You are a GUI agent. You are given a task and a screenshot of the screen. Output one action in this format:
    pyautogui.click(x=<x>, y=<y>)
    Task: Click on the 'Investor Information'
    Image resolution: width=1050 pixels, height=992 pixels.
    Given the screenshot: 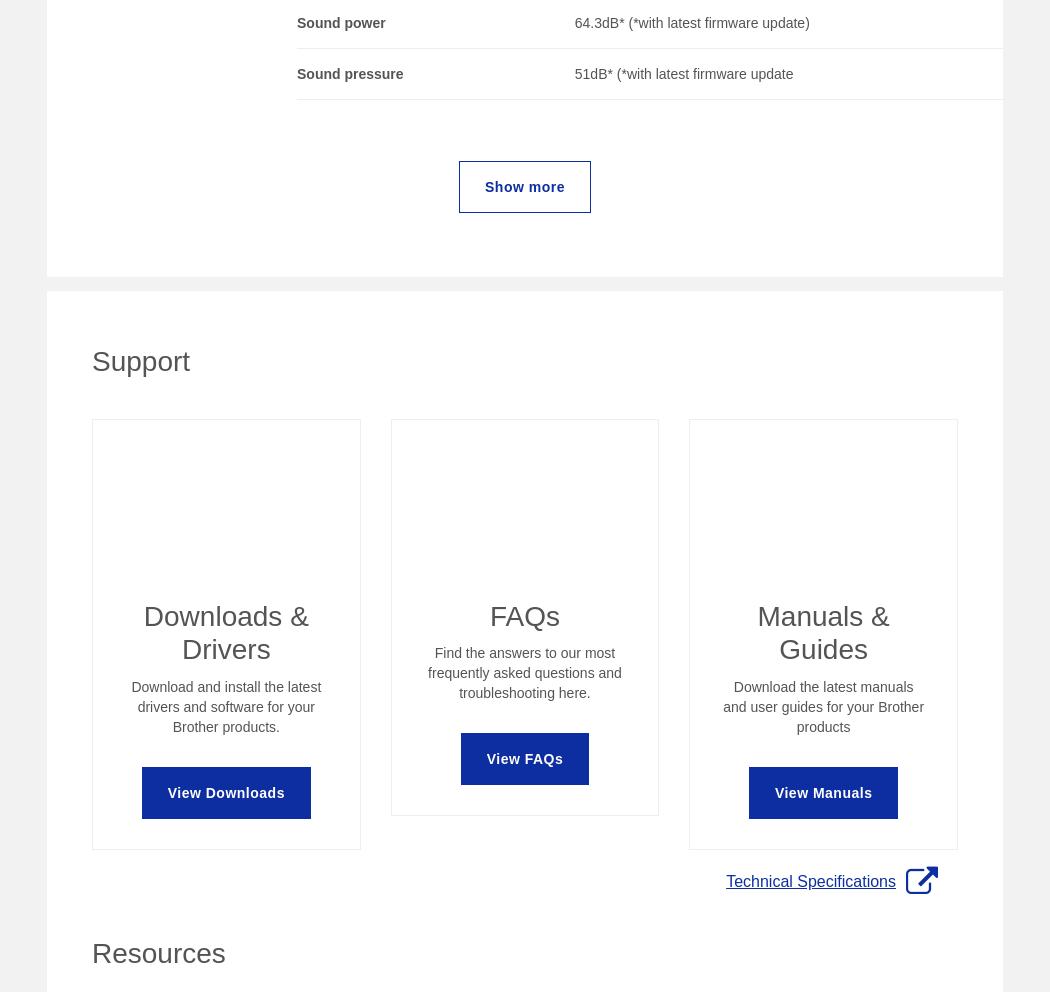 What is the action you would take?
    pyautogui.click(x=462, y=630)
    